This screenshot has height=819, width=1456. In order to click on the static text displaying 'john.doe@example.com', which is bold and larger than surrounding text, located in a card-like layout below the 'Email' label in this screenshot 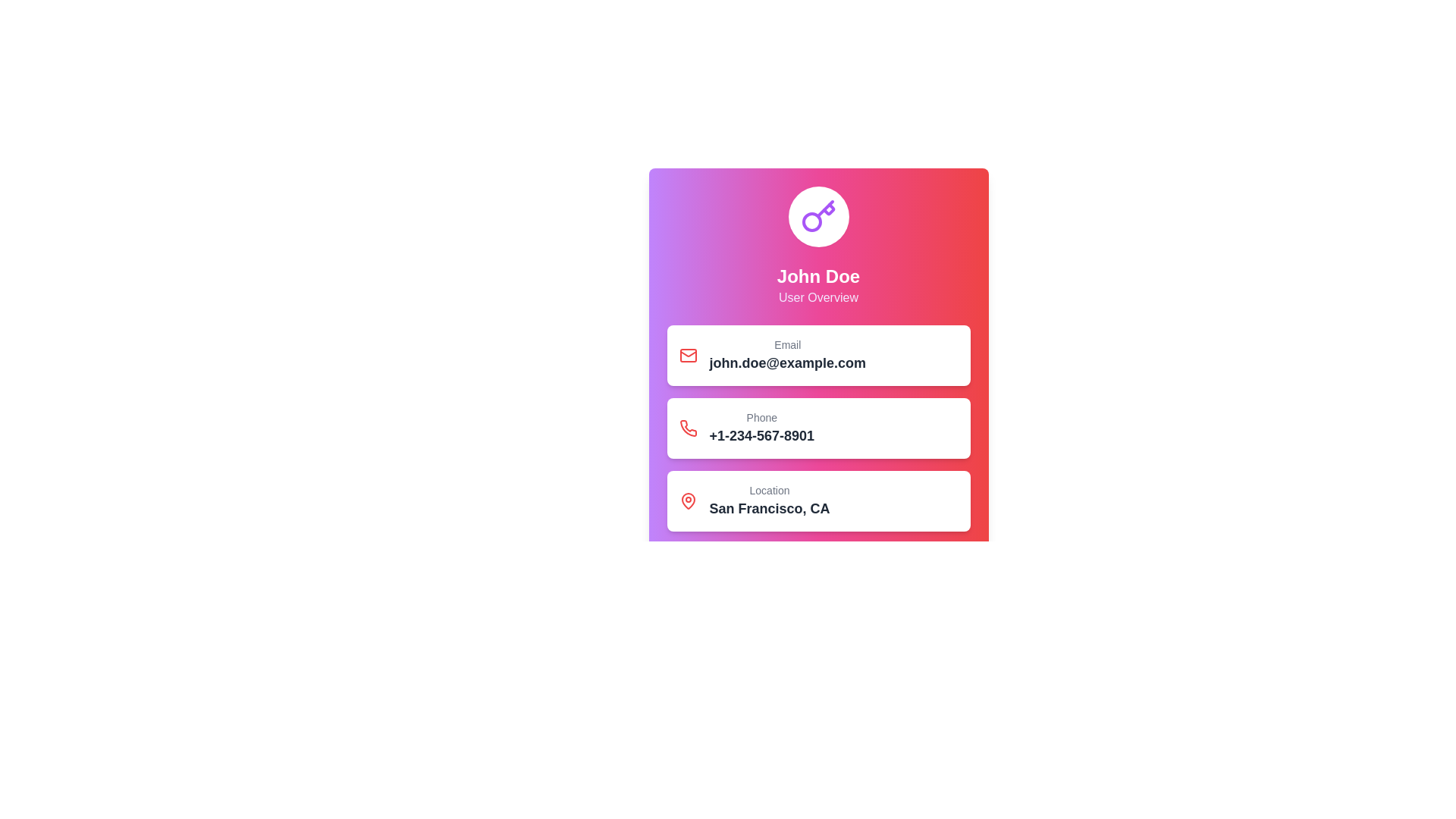, I will do `click(787, 362)`.